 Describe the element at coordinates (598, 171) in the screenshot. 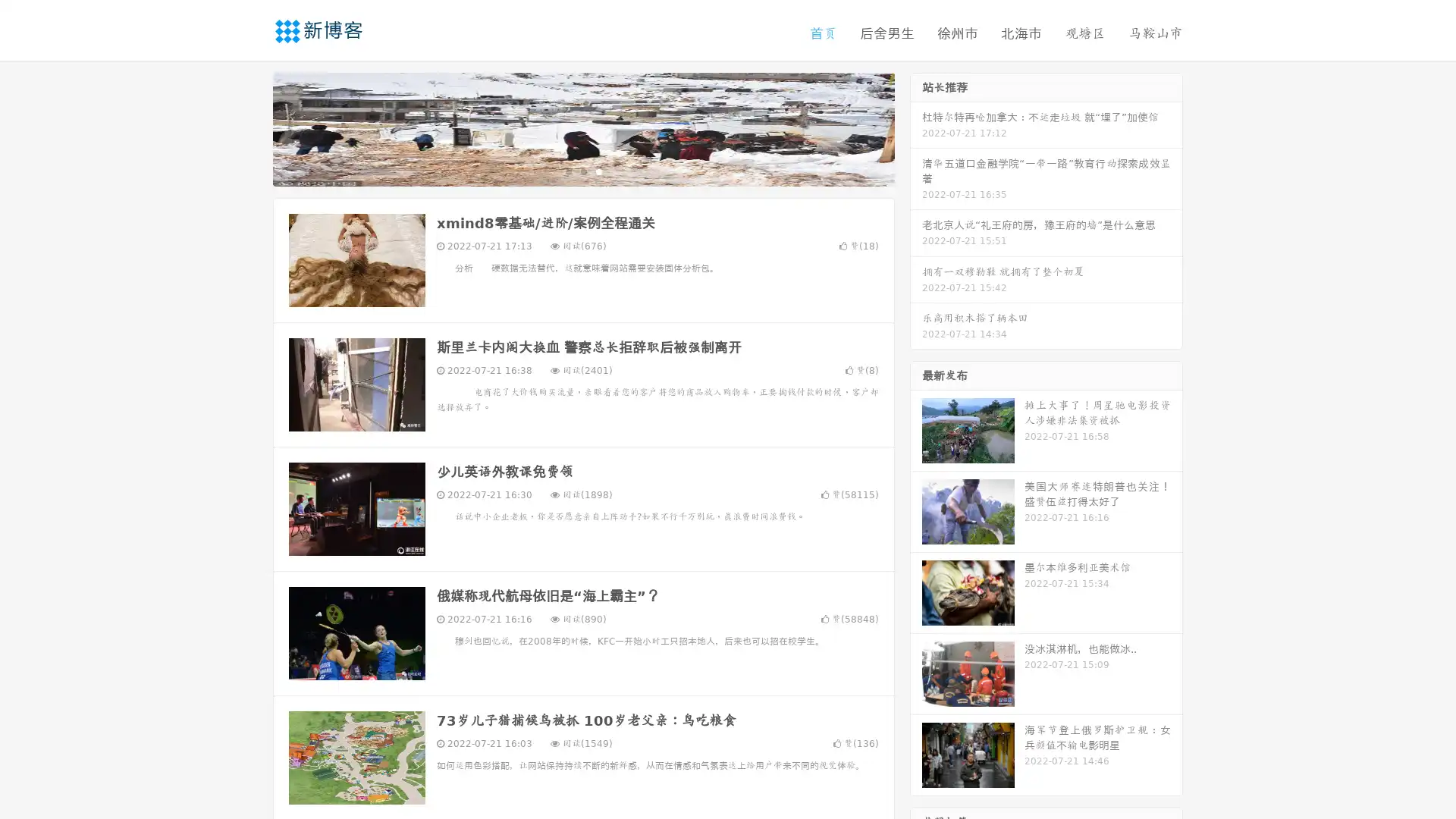

I see `Go to slide 3` at that location.